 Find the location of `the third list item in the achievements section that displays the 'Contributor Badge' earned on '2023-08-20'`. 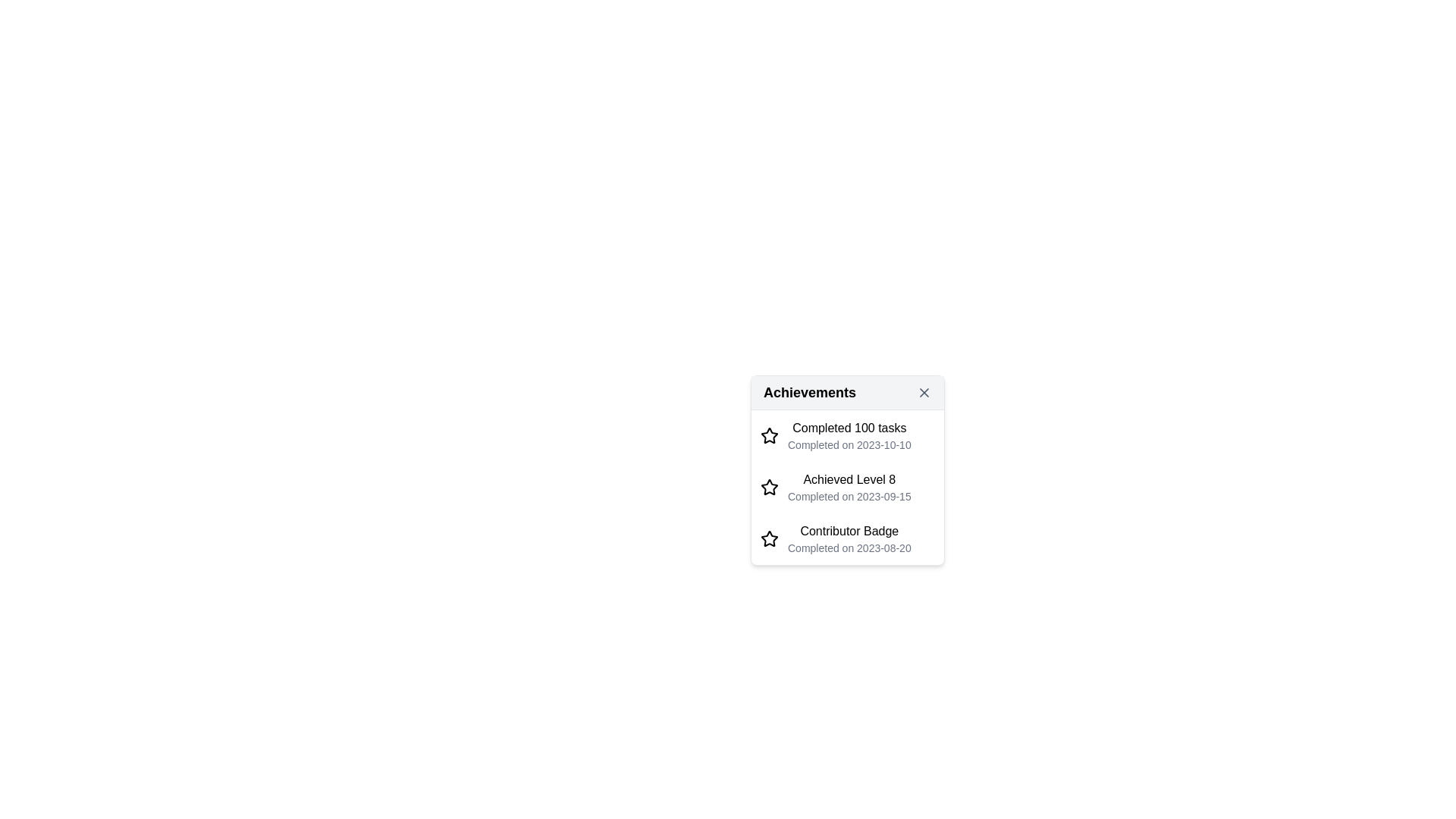

the third list item in the achievements section that displays the 'Contributor Badge' earned on '2023-08-20' is located at coordinates (847, 537).